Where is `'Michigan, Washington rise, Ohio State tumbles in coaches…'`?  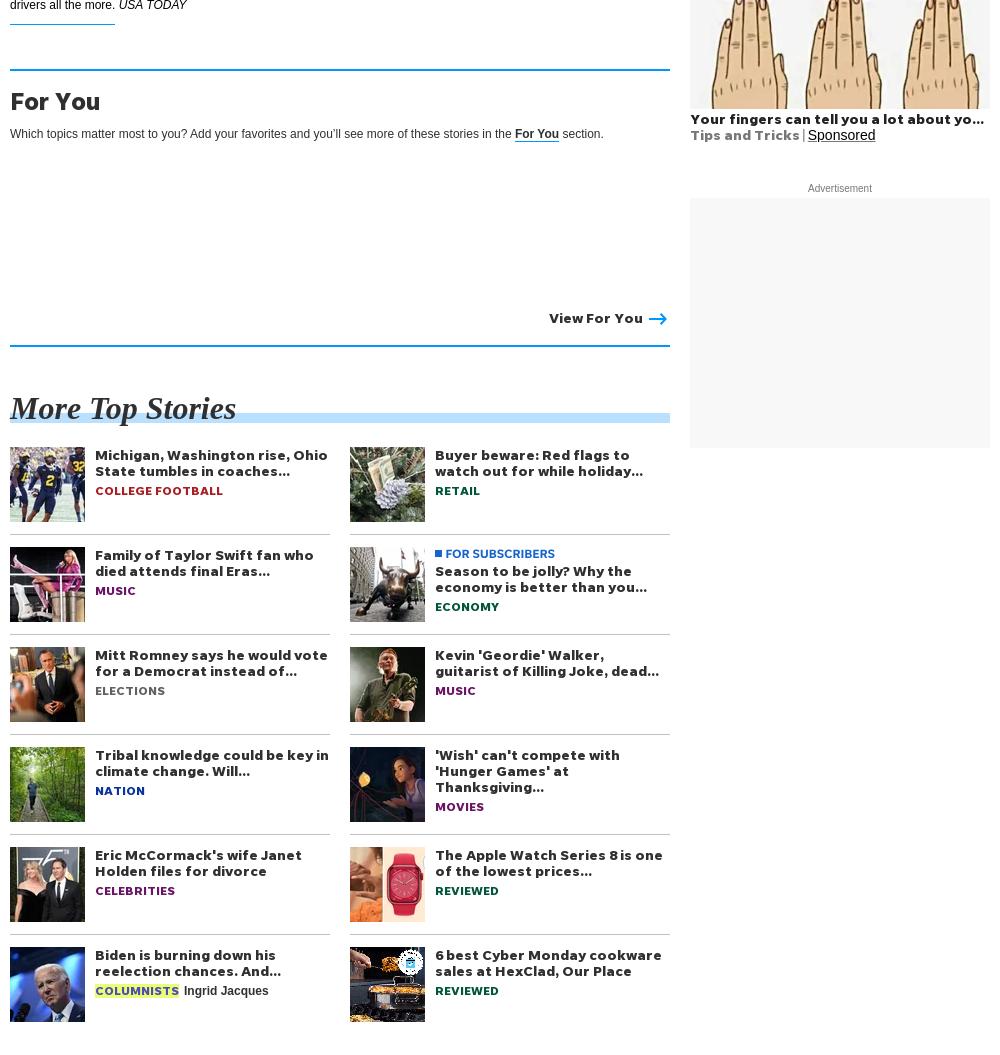 'Michigan, Washington rise, Ohio State tumbles in coaches…' is located at coordinates (210, 461).